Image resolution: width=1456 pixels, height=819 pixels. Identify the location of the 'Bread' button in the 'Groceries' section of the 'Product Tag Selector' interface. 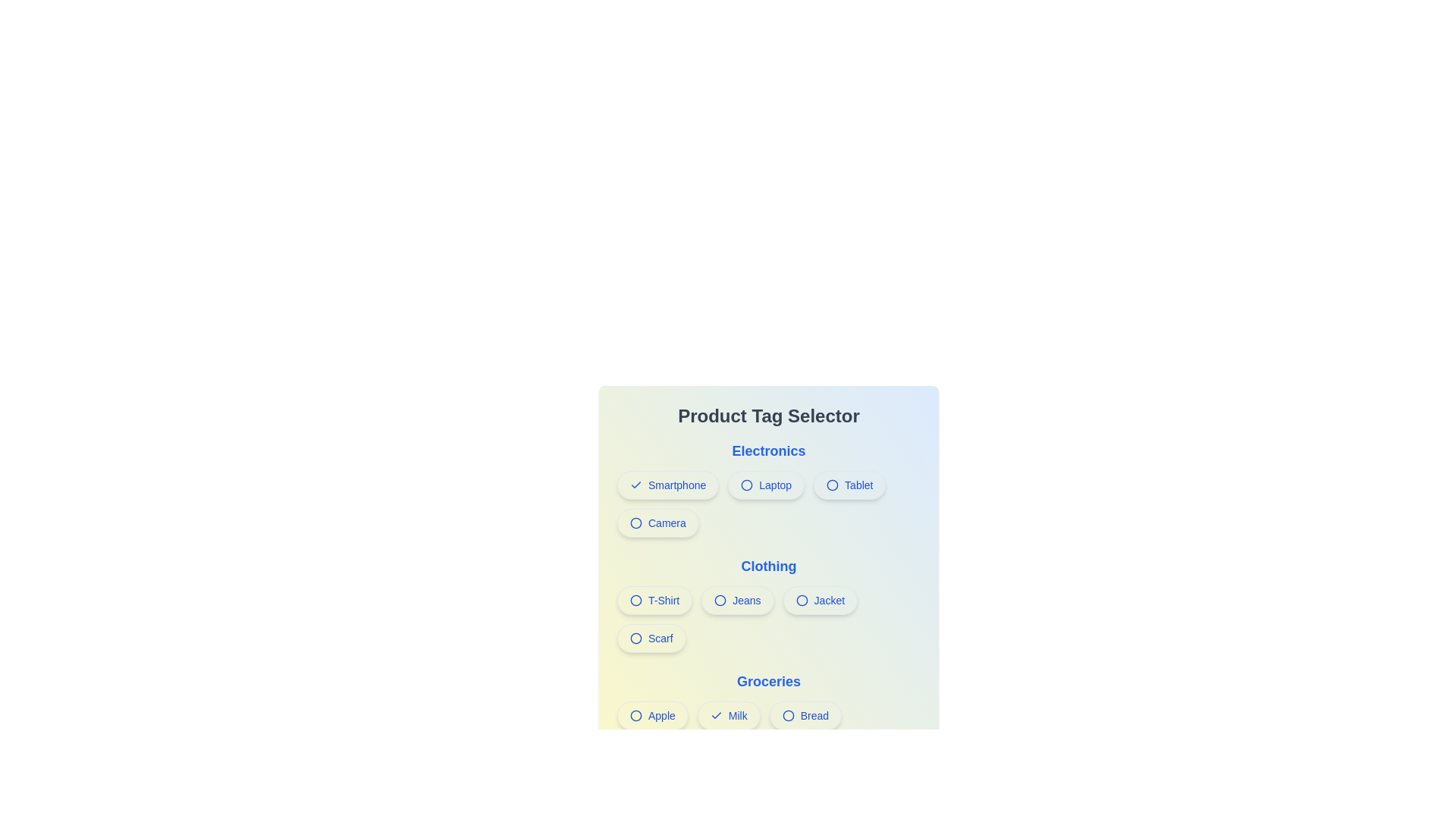
(805, 716).